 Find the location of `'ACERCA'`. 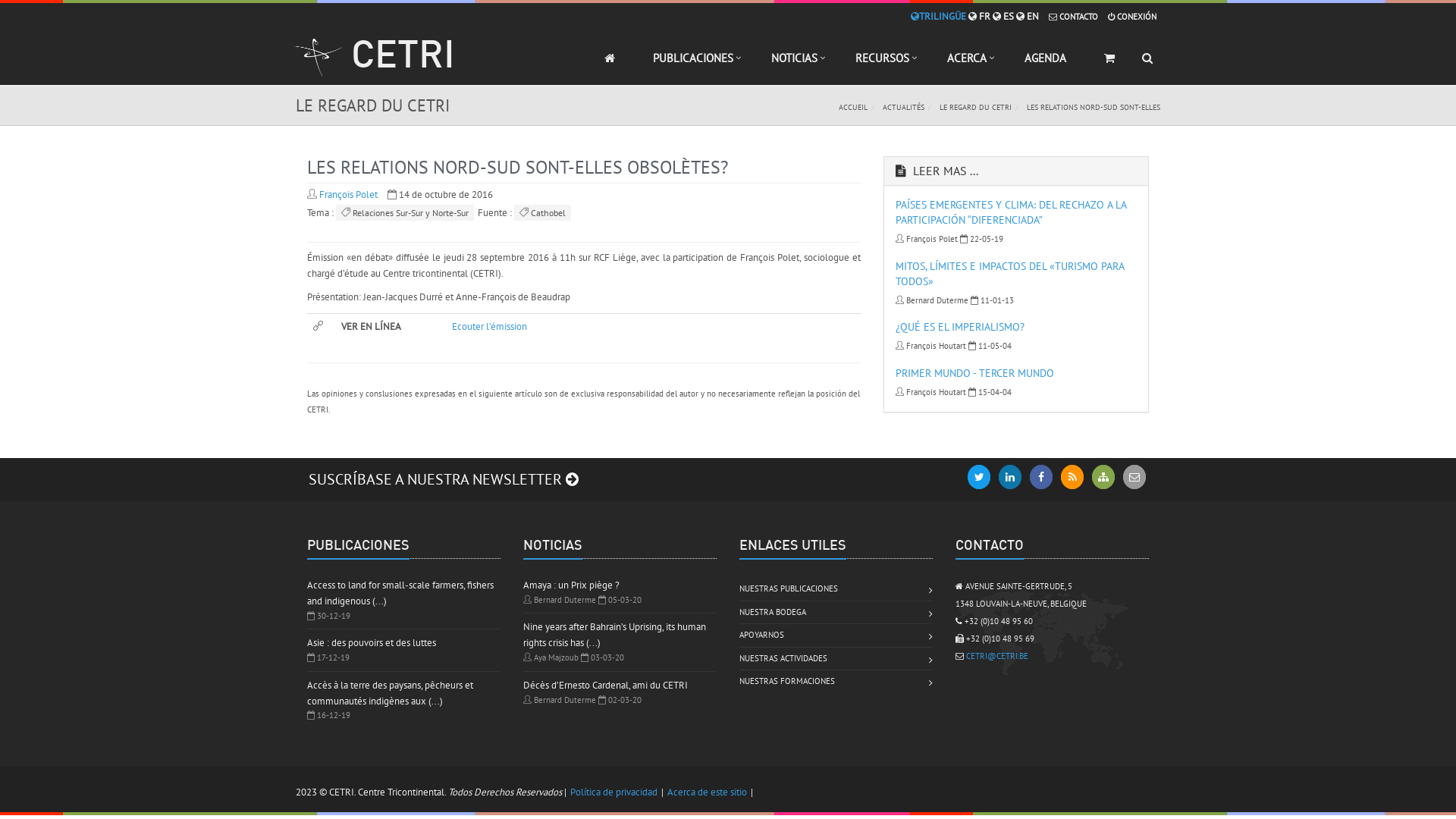

'ACERCA' is located at coordinates (966, 64).